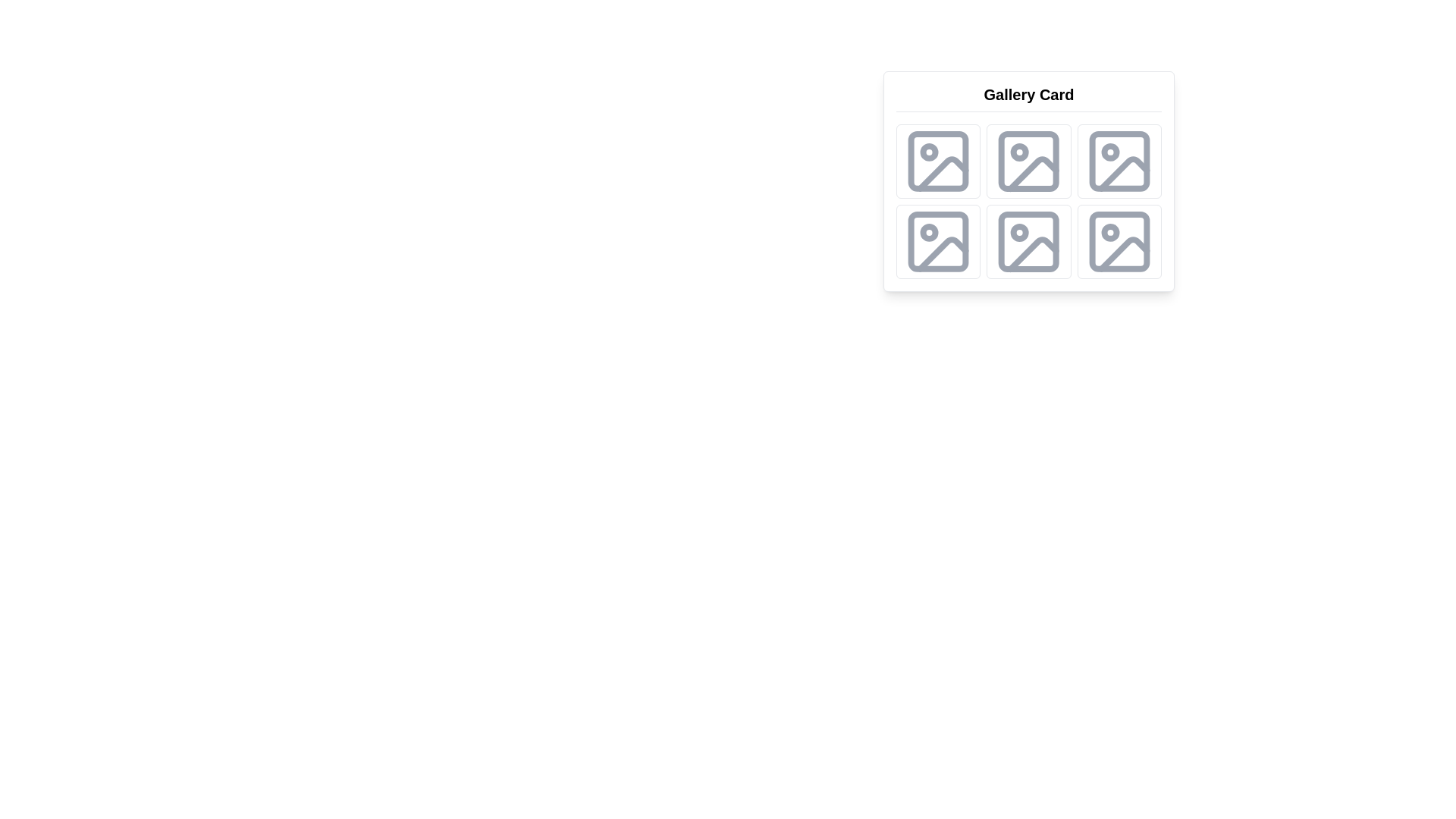 This screenshot has width=1456, height=819. I want to click on the fifth image placeholder tile in the Gallery Card section, so click(1029, 241).